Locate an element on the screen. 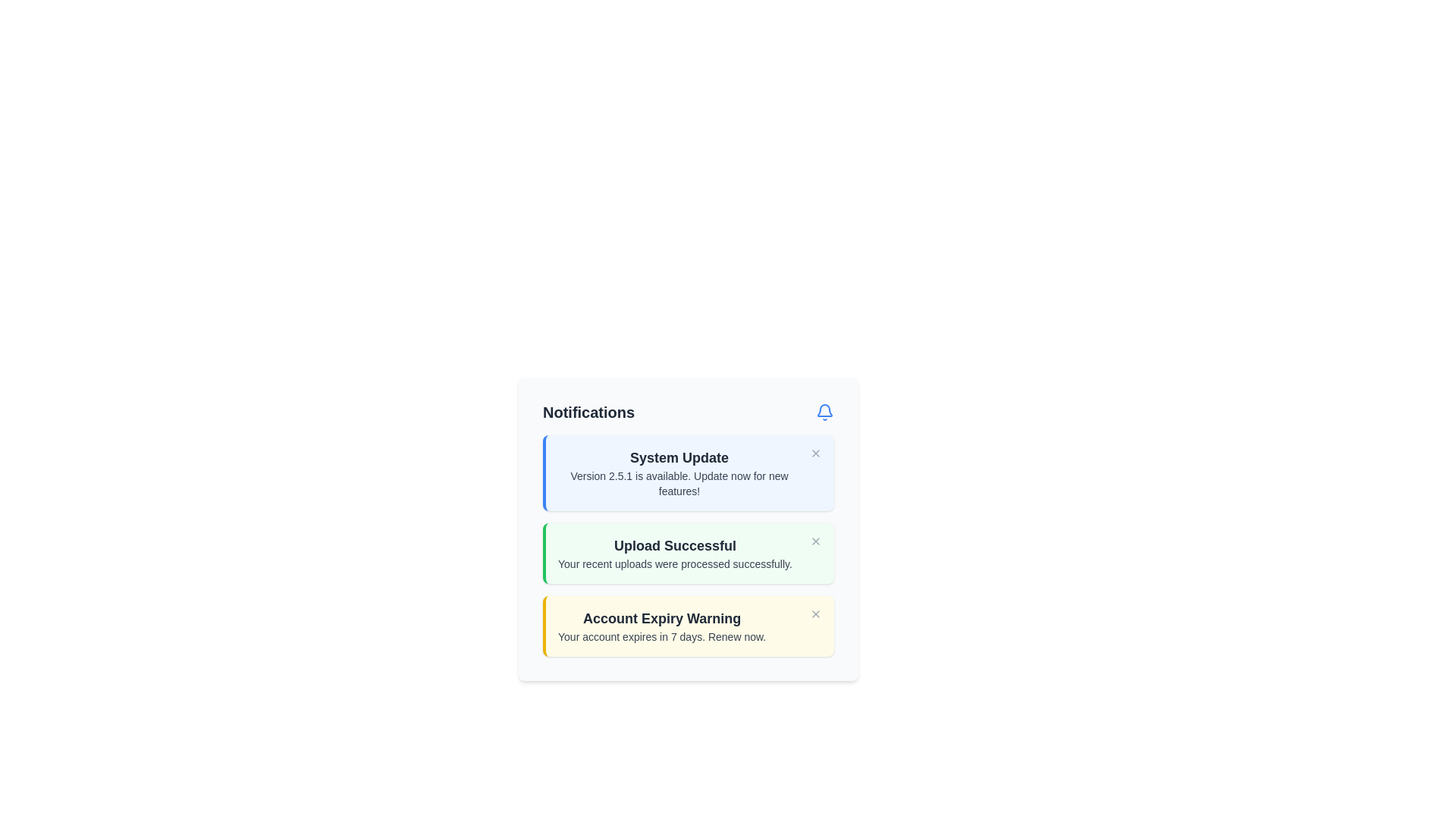  the Close button located at the top-right of the 'Account Expiry Warning' notification to change its color to red is located at coordinates (814, 614).